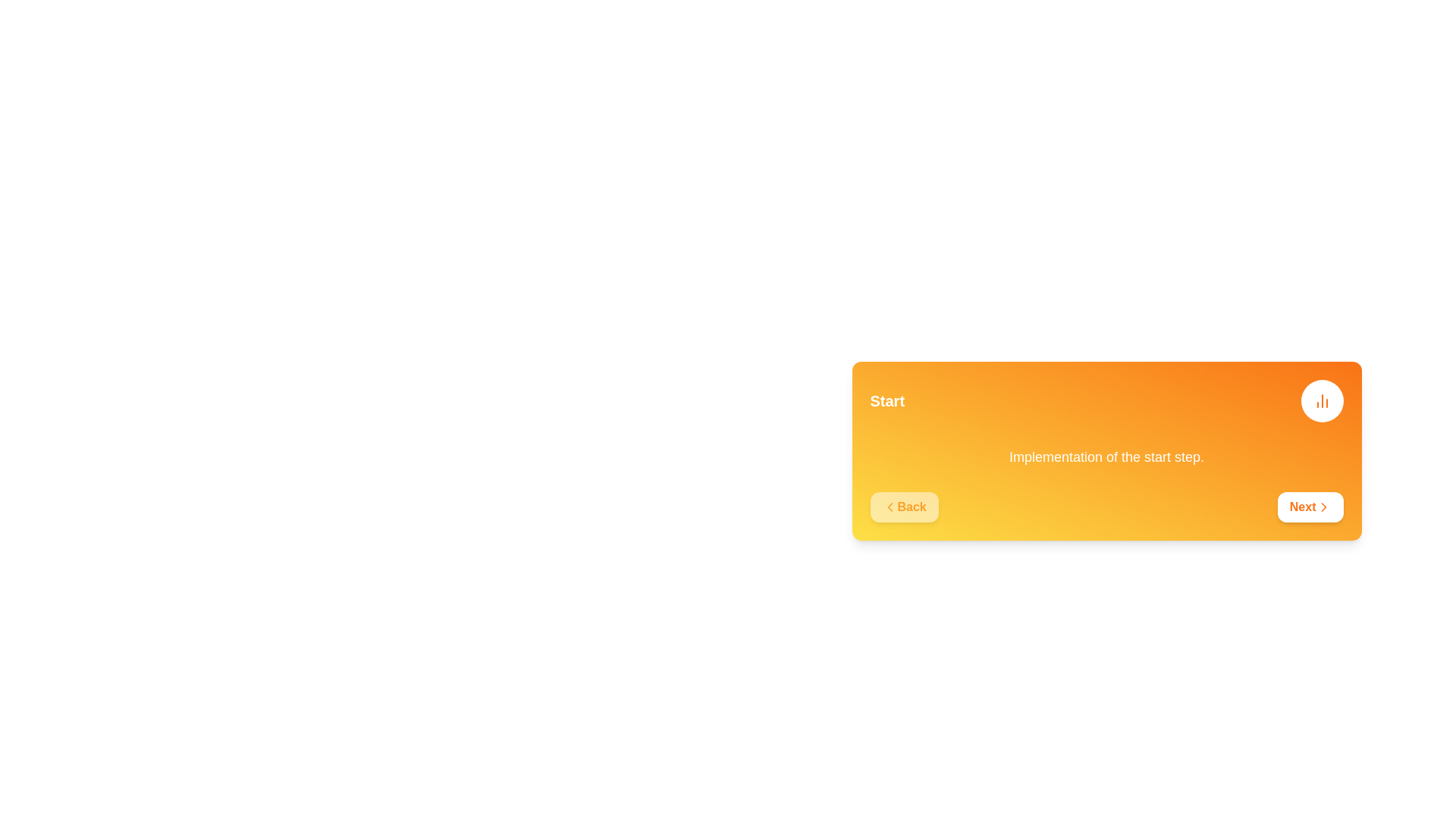 The image size is (1456, 819). What do you see at coordinates (904, 507) in the screenshot?
I see `the 'Back' button with rounded edges and orange text` at bounding box center [904, 507].